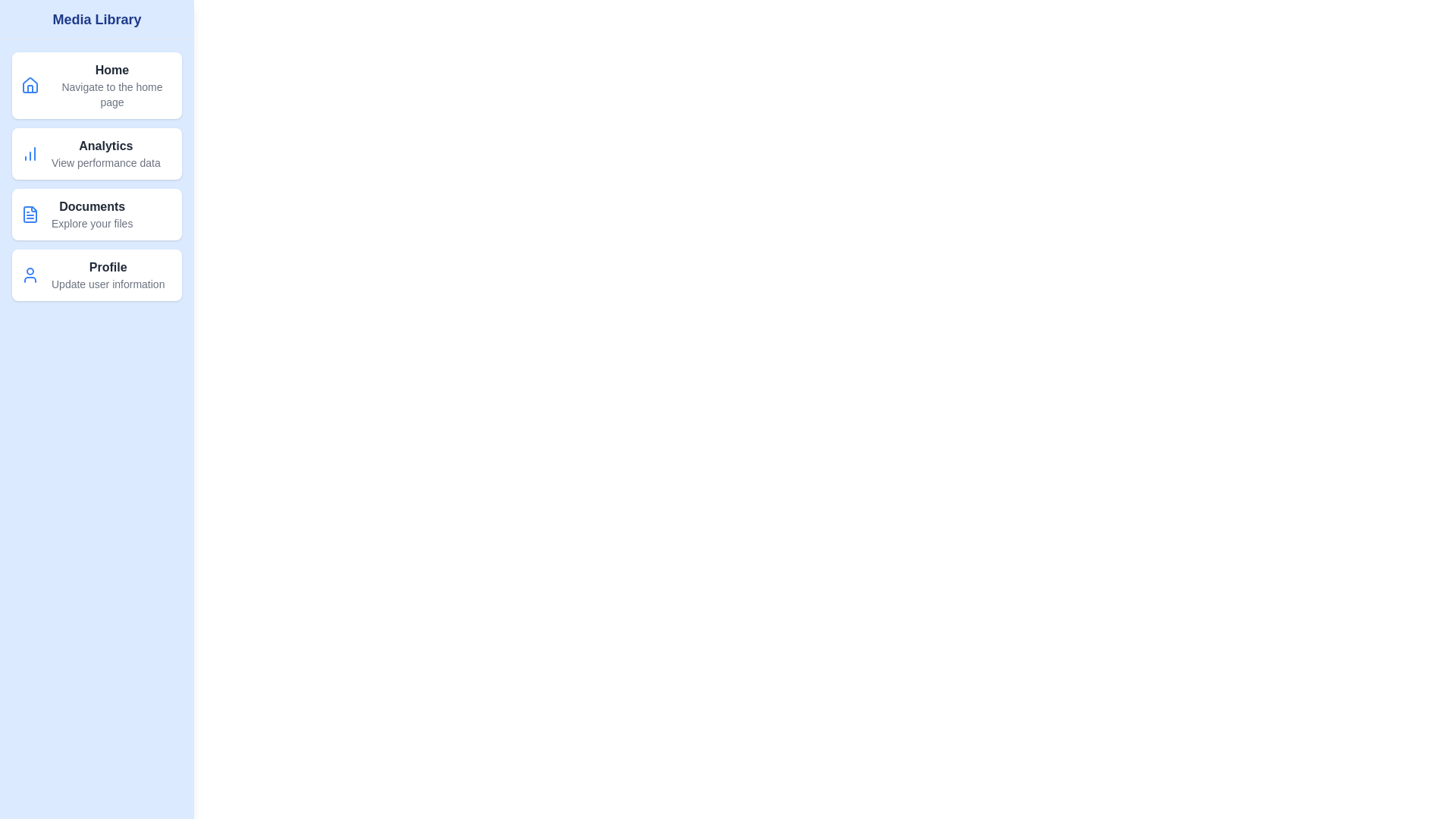 This screenshot has width=1456, height=819. What do you see at coordinates (96, 275) in the screenshot?
I see `the menu item Profile from the Media Library Drawer` at bounding box center [96, 275].